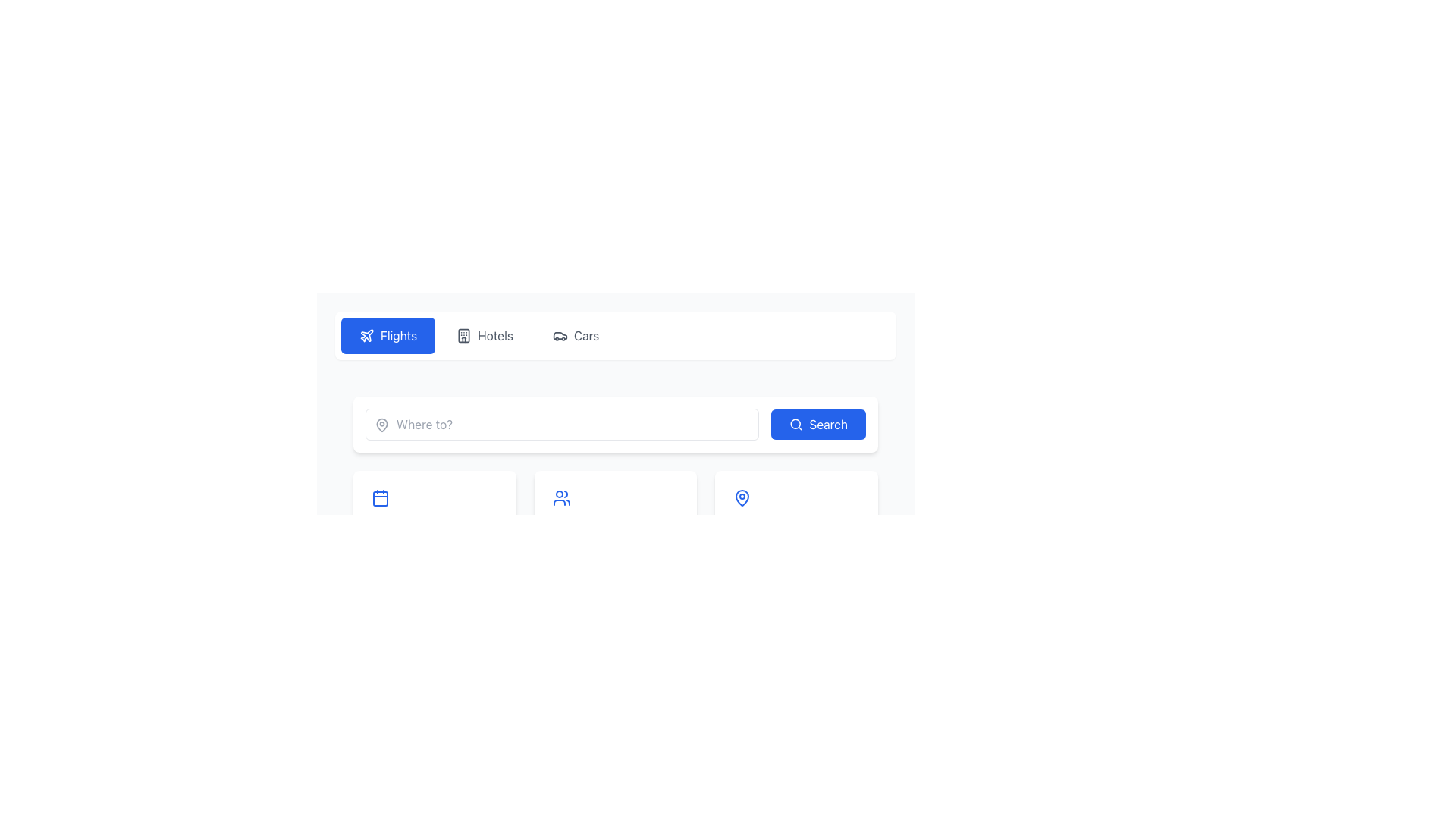 This screenshot has width=1456, height=819. Describe the element at coordinates (559, 335) in the screenshot. I see `the stylized car icon in the horizontal navigation bar` at that location.